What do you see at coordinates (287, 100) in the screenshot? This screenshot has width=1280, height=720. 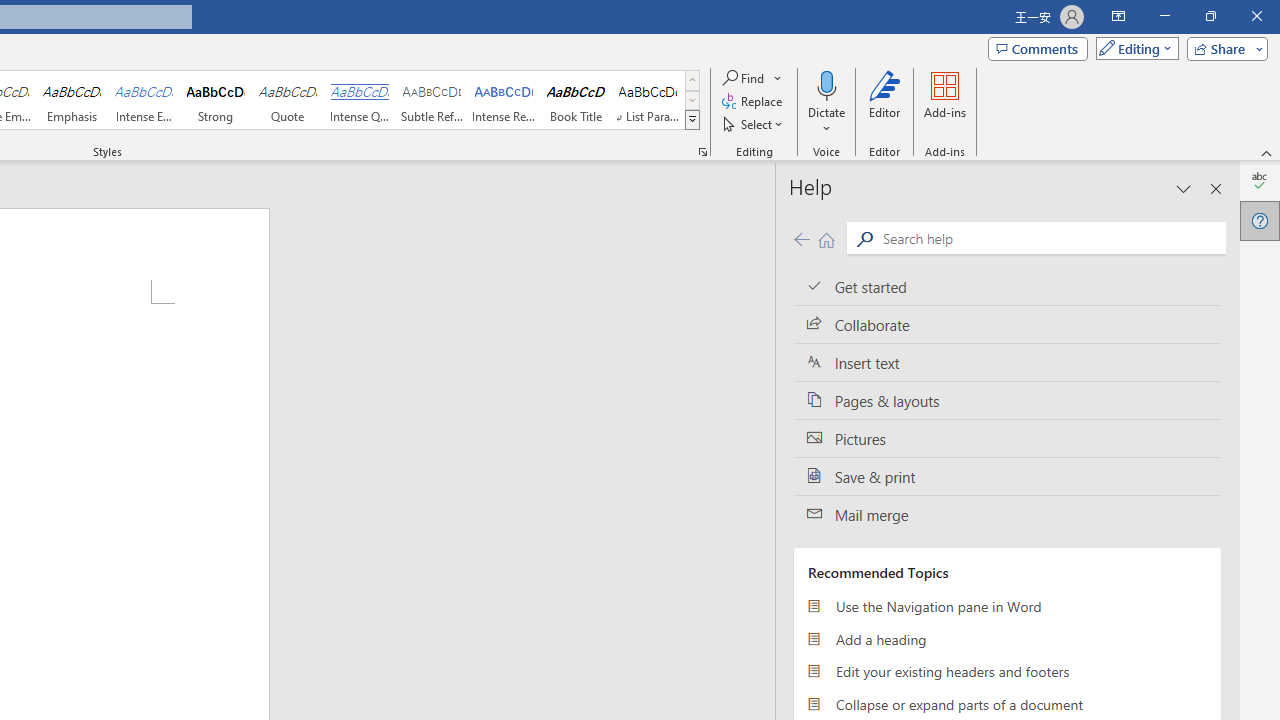 I see `'Quote'` at bounding box center [287, 100].